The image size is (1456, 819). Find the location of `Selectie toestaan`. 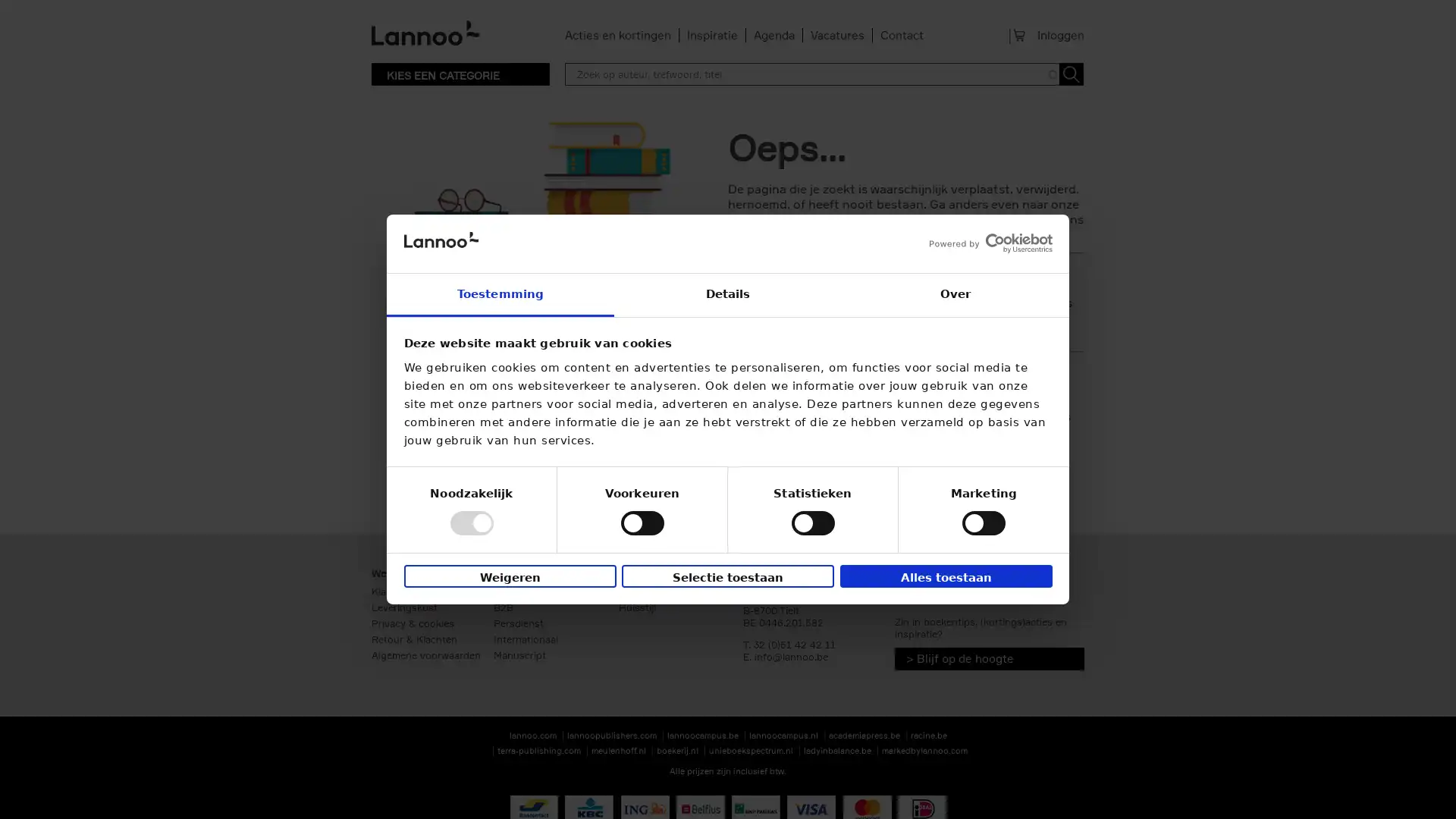

Selectie toestaan is located at coordinates (728, 576).